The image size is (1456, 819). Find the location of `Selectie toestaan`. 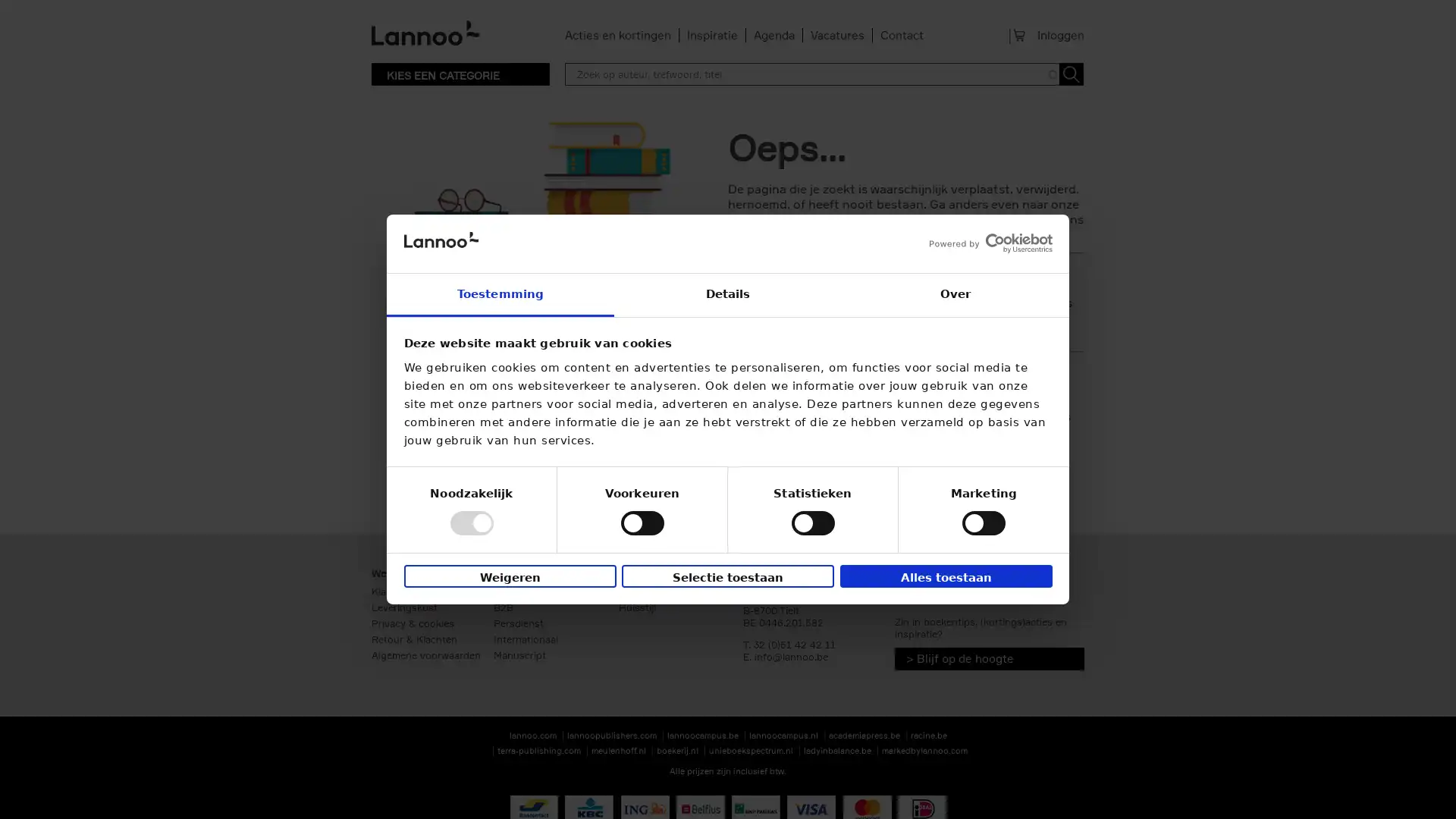

Selectie toestaan is located at coordinates (728, 576).